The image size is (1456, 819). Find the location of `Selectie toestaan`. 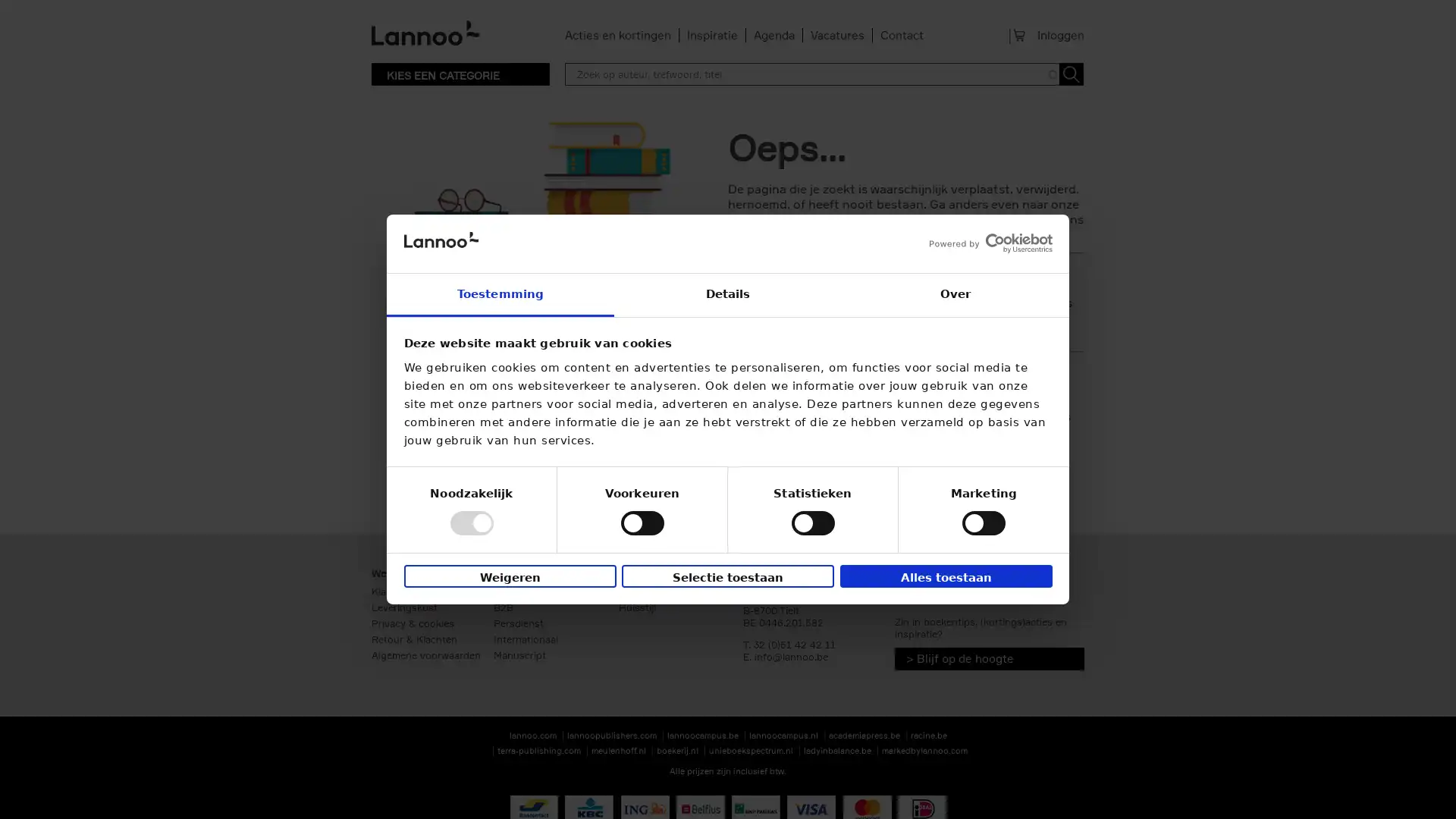

Selectie toestaan is located at coordinates (728, 576).